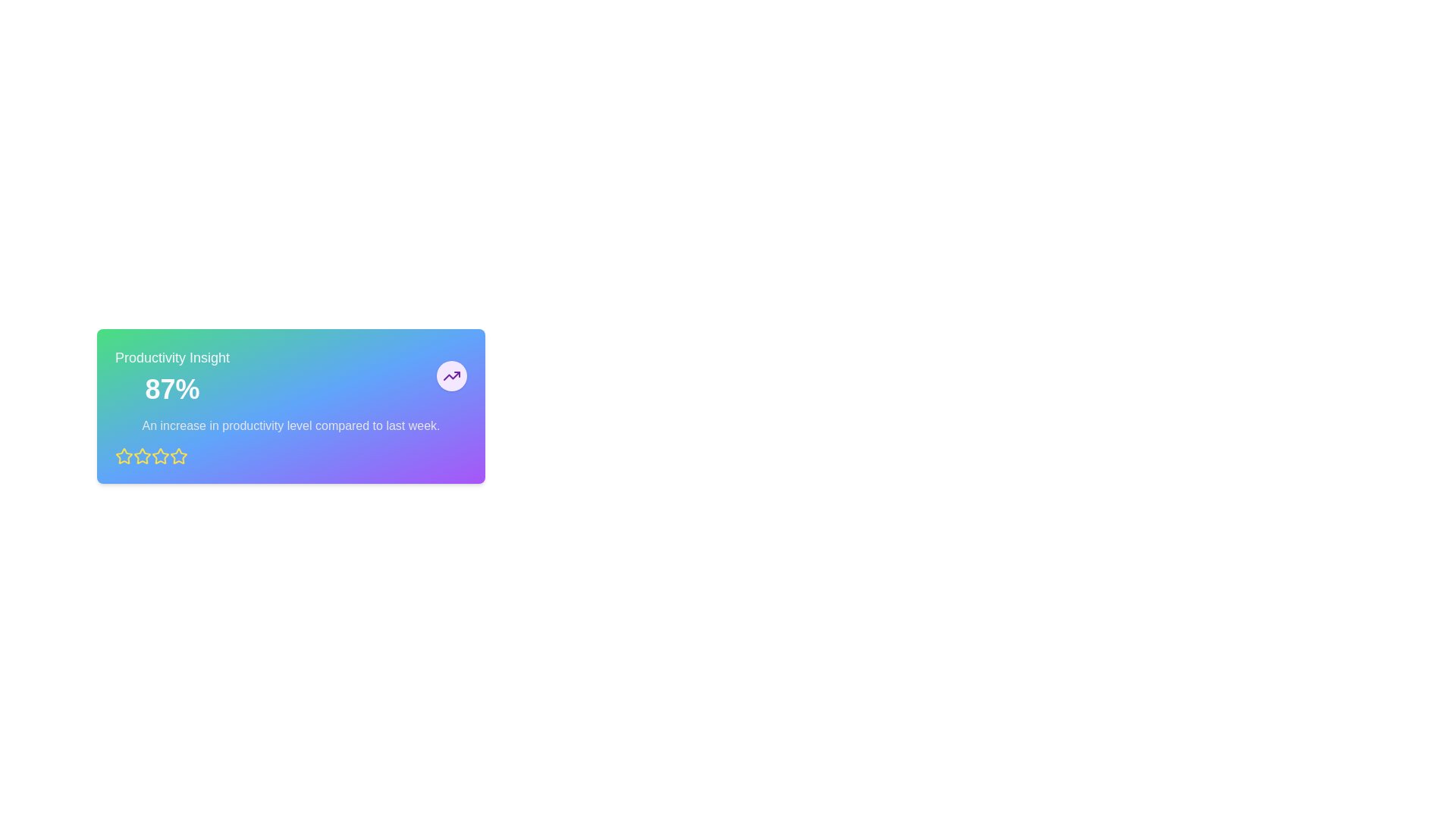 The height and width of the screenshot is (819, 1456). What do you see at coordinates (172, 357) in the screenshot?
I see `upper text field within the card that contextualizes the subsequent percentage and explanatory text` at bounding box center [172, 357].